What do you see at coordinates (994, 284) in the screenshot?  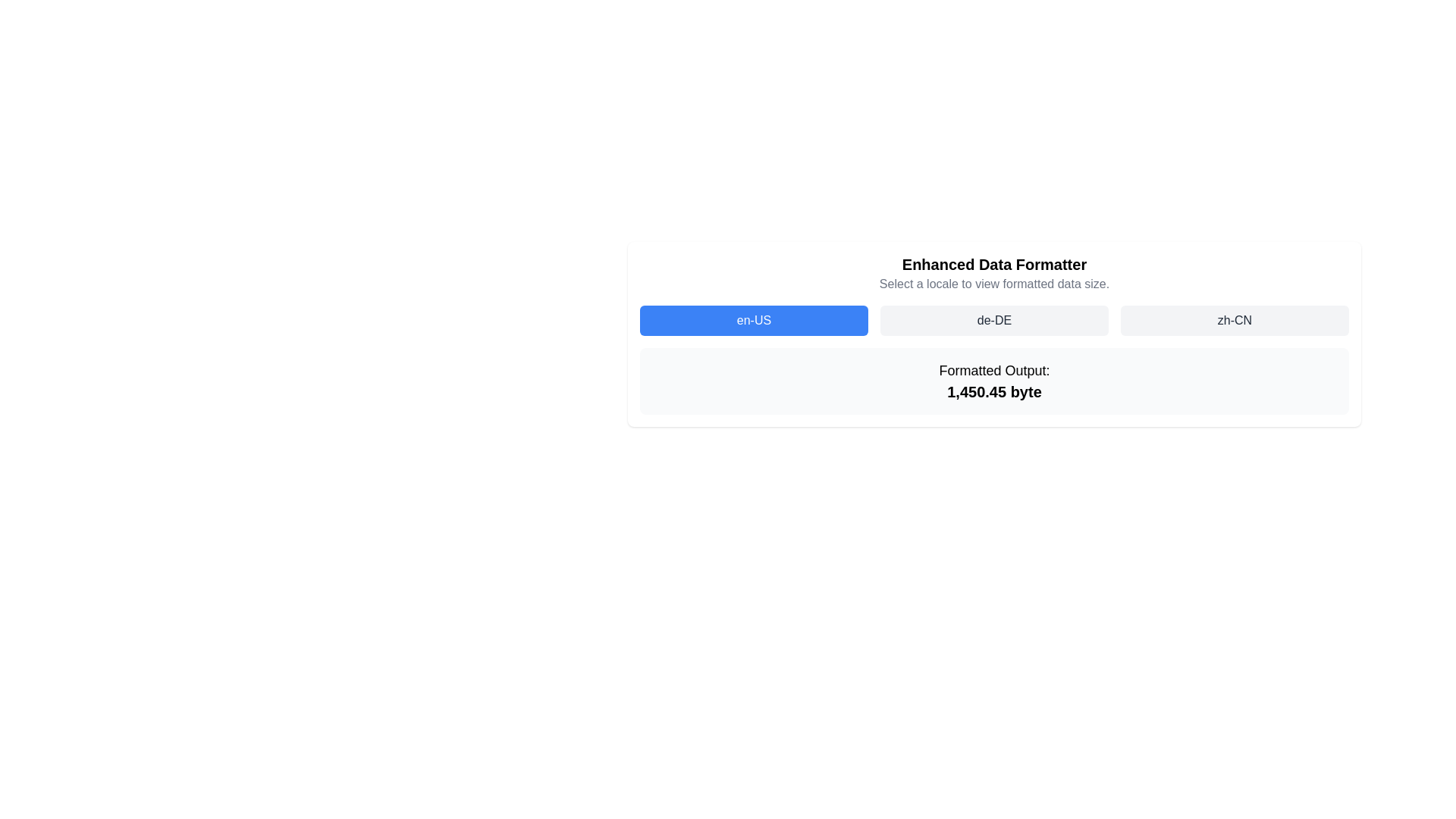 I see `the static text label that reads 'Select a locale` at bounding box center [994, 284].